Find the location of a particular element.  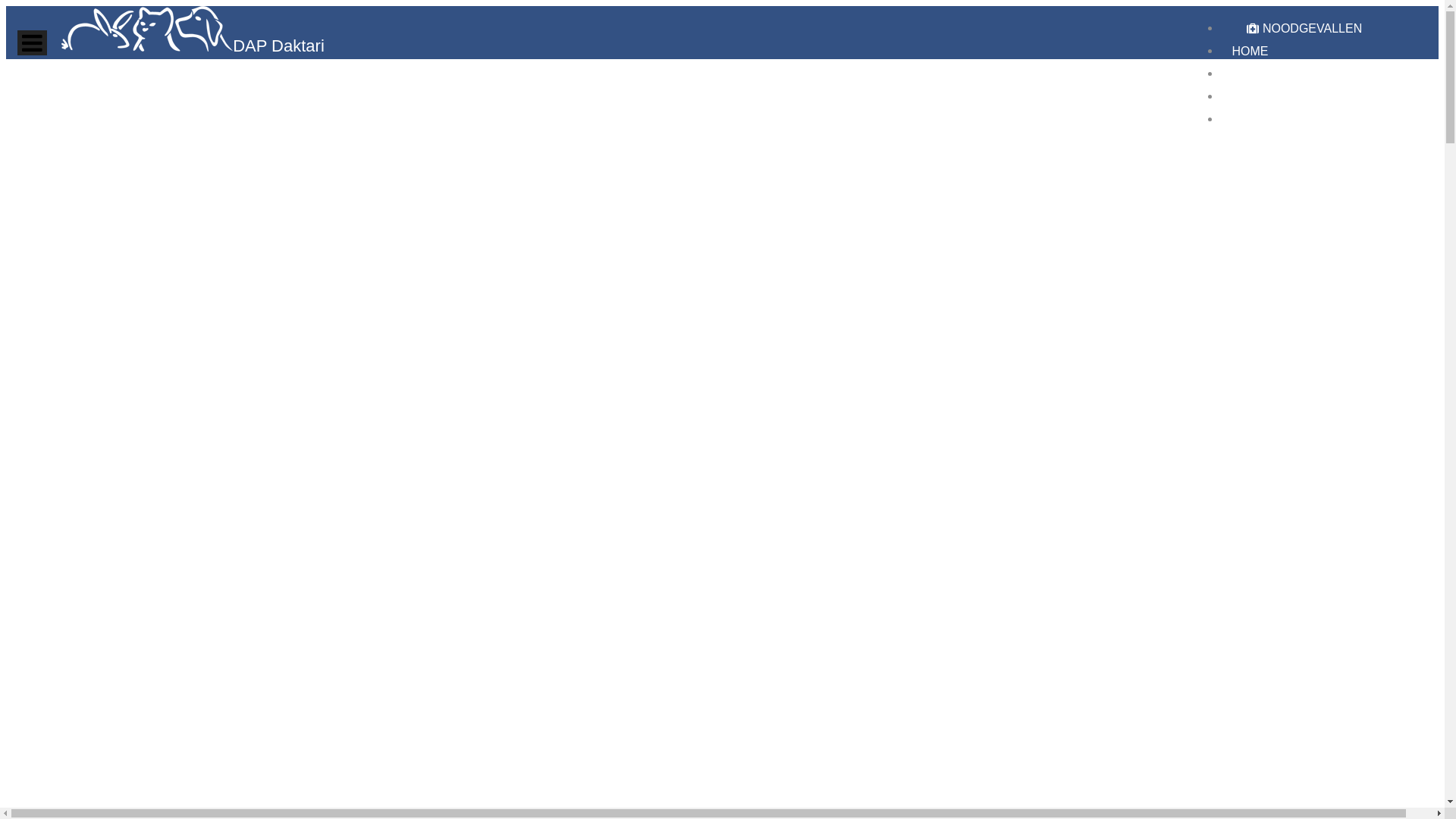

'AFHALEN VOEDING & MEDICATIE' is located at coordinates (1328, 74).